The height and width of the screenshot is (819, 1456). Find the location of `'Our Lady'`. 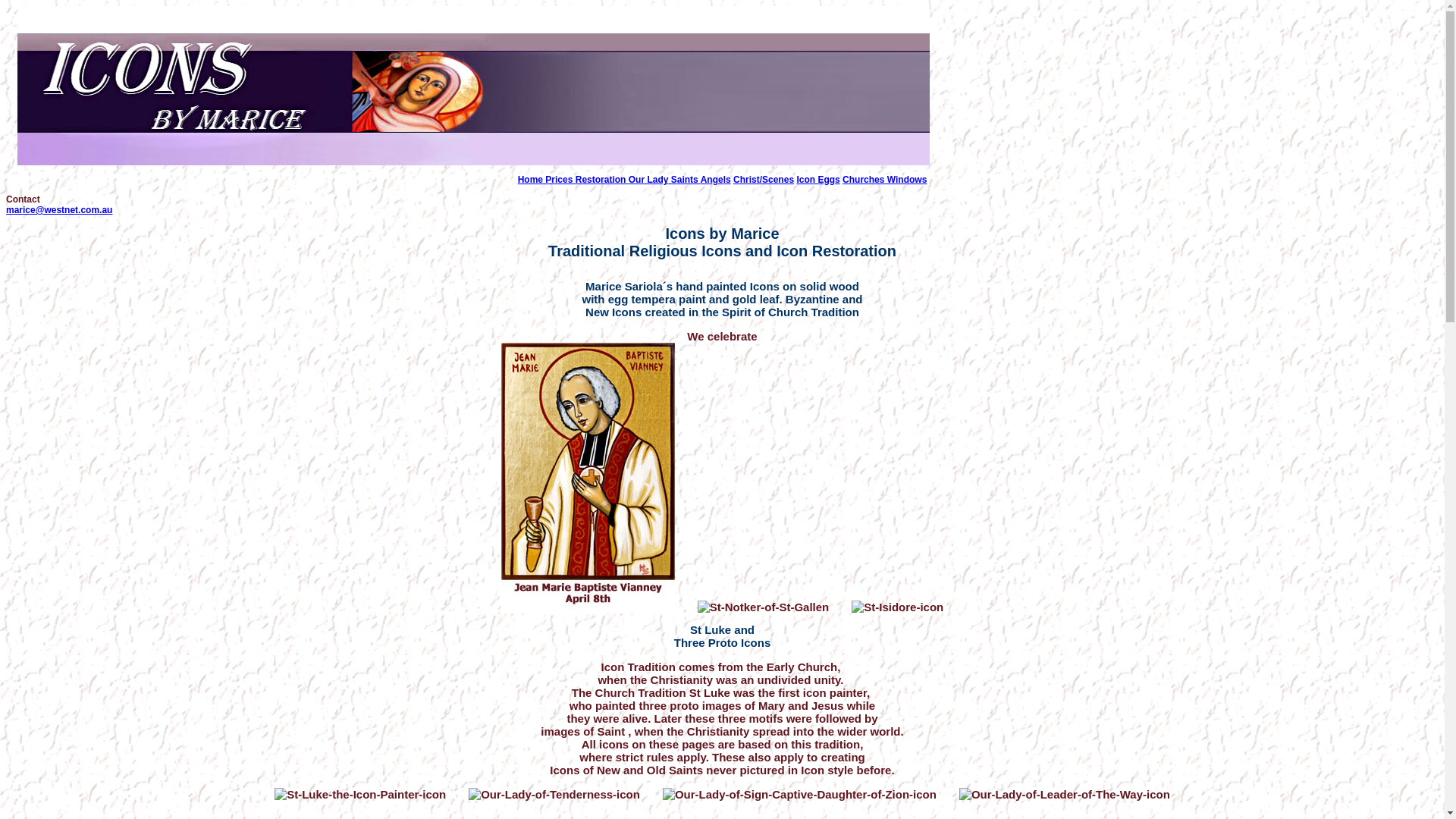

'Our Lady' is located at coordinates (648, 178).